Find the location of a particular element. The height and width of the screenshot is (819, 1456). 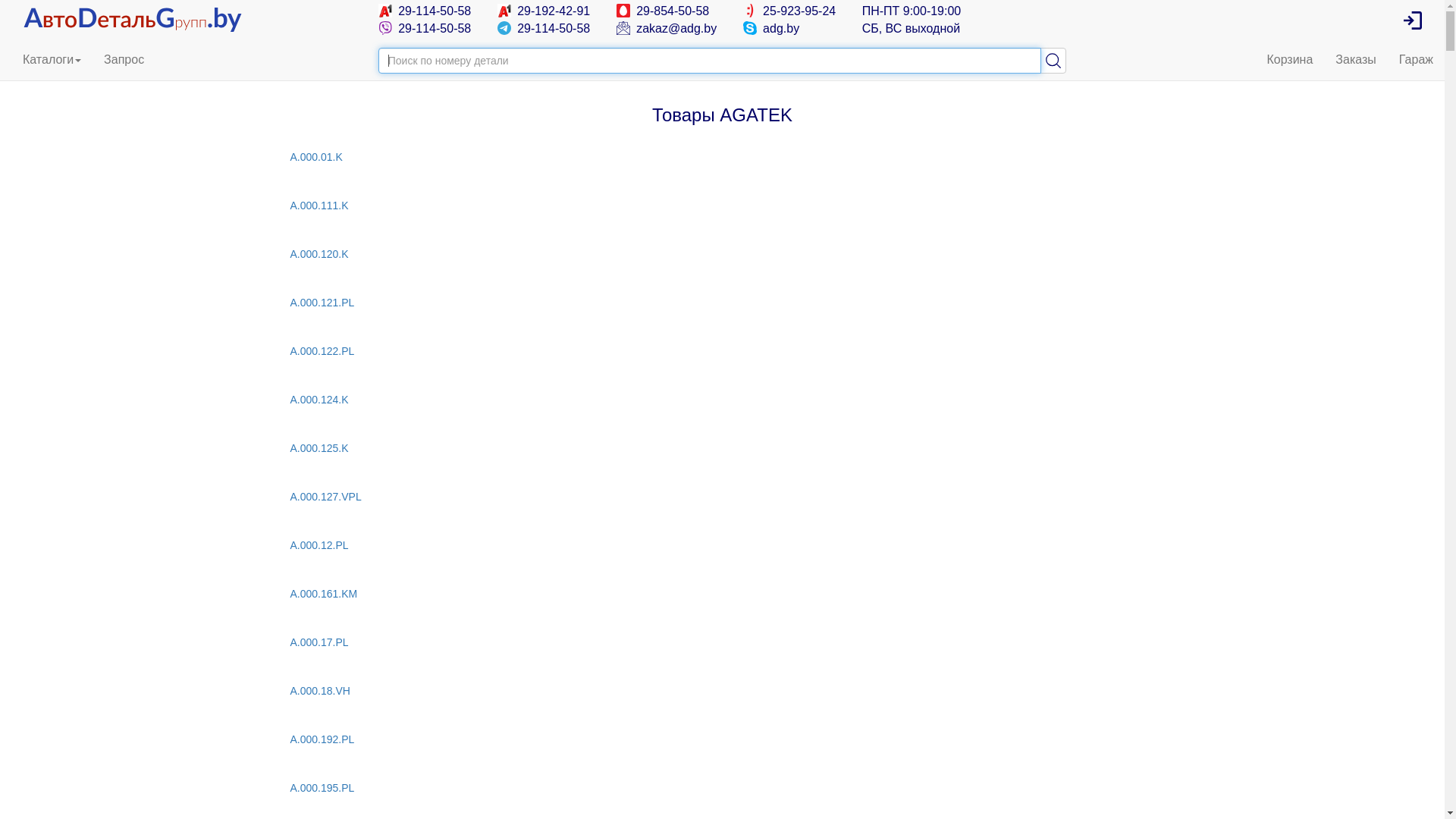

'A.000.18.VH' is located at coordinates (720, 690).